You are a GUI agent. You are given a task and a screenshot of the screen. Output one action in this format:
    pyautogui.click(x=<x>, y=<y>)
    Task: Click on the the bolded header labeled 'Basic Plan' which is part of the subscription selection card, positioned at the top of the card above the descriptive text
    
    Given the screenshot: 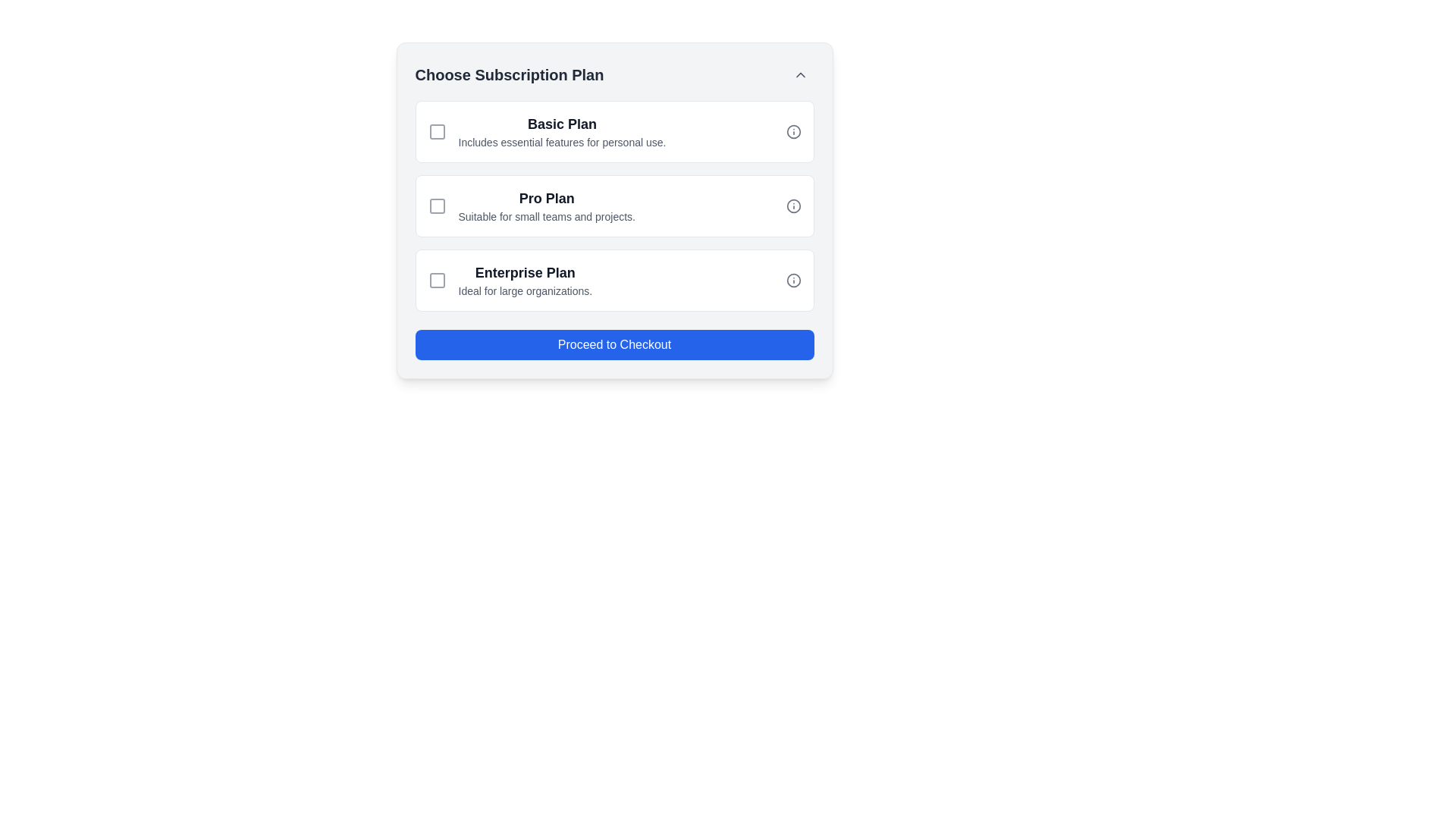 What is the action you would take?
    pyautogui.click(x=561, y=124)
    